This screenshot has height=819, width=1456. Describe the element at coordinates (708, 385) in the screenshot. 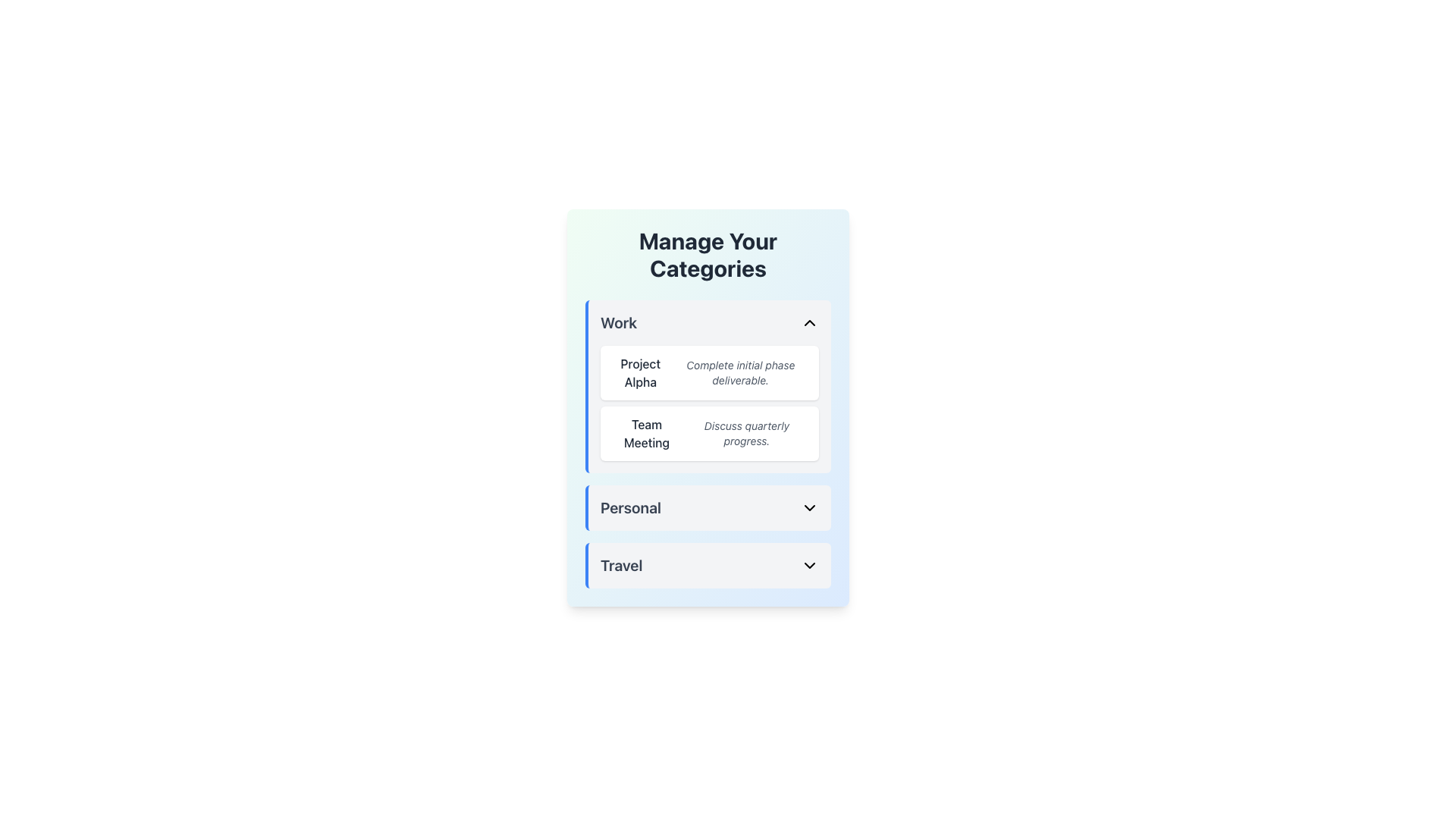

I see `the first list item under the 'Work' category in the 'Manage Your Categories' panel, which contains 'Project Alpha' and 'Complete initial phase deliverable'` at that location.